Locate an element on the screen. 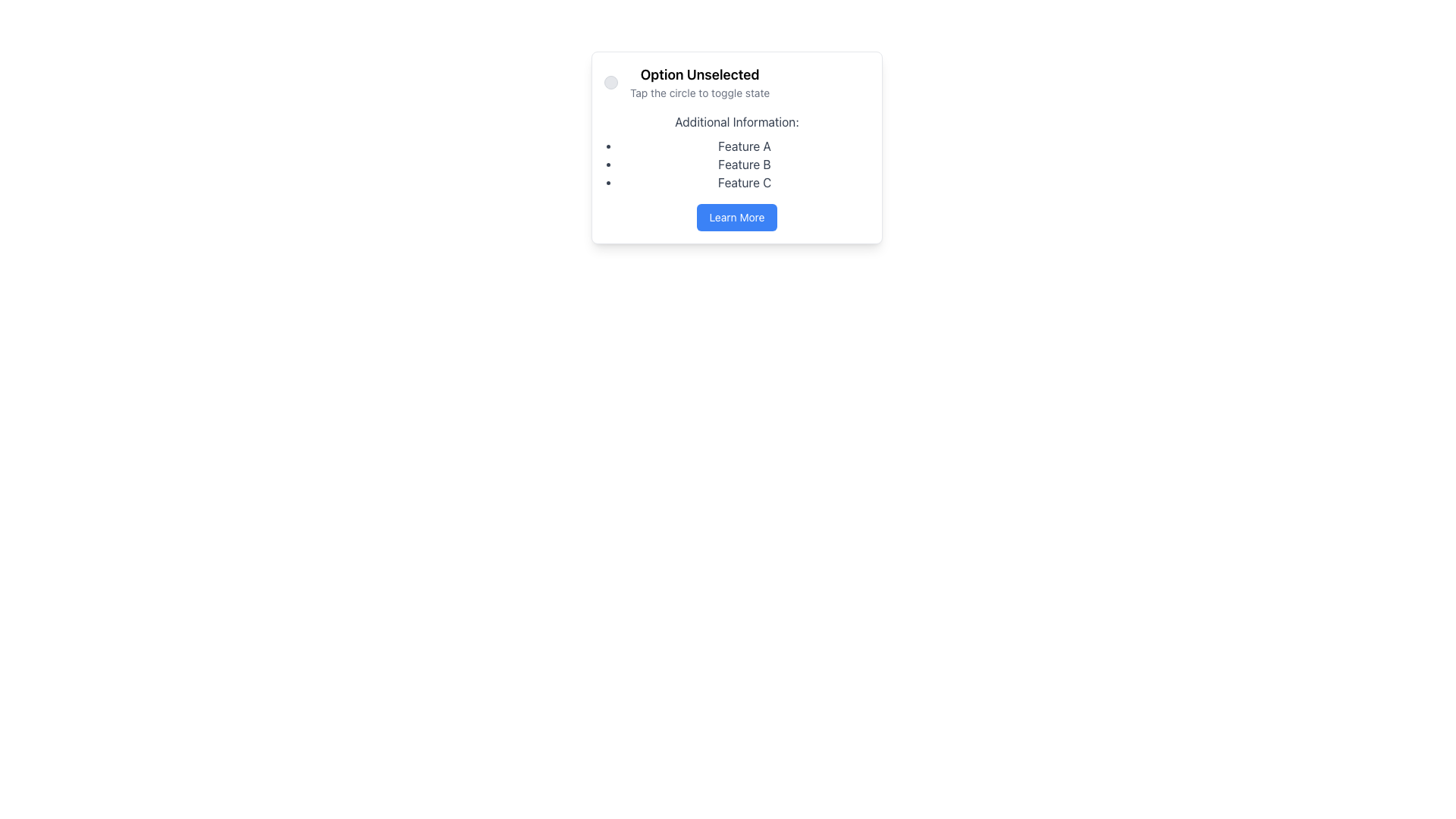  the label indicating the current option status, which displays 'Unselected' and is positioned above the sibling element containing the text 'Tap the circle to toggle state' is located at coordinates (699, 75).